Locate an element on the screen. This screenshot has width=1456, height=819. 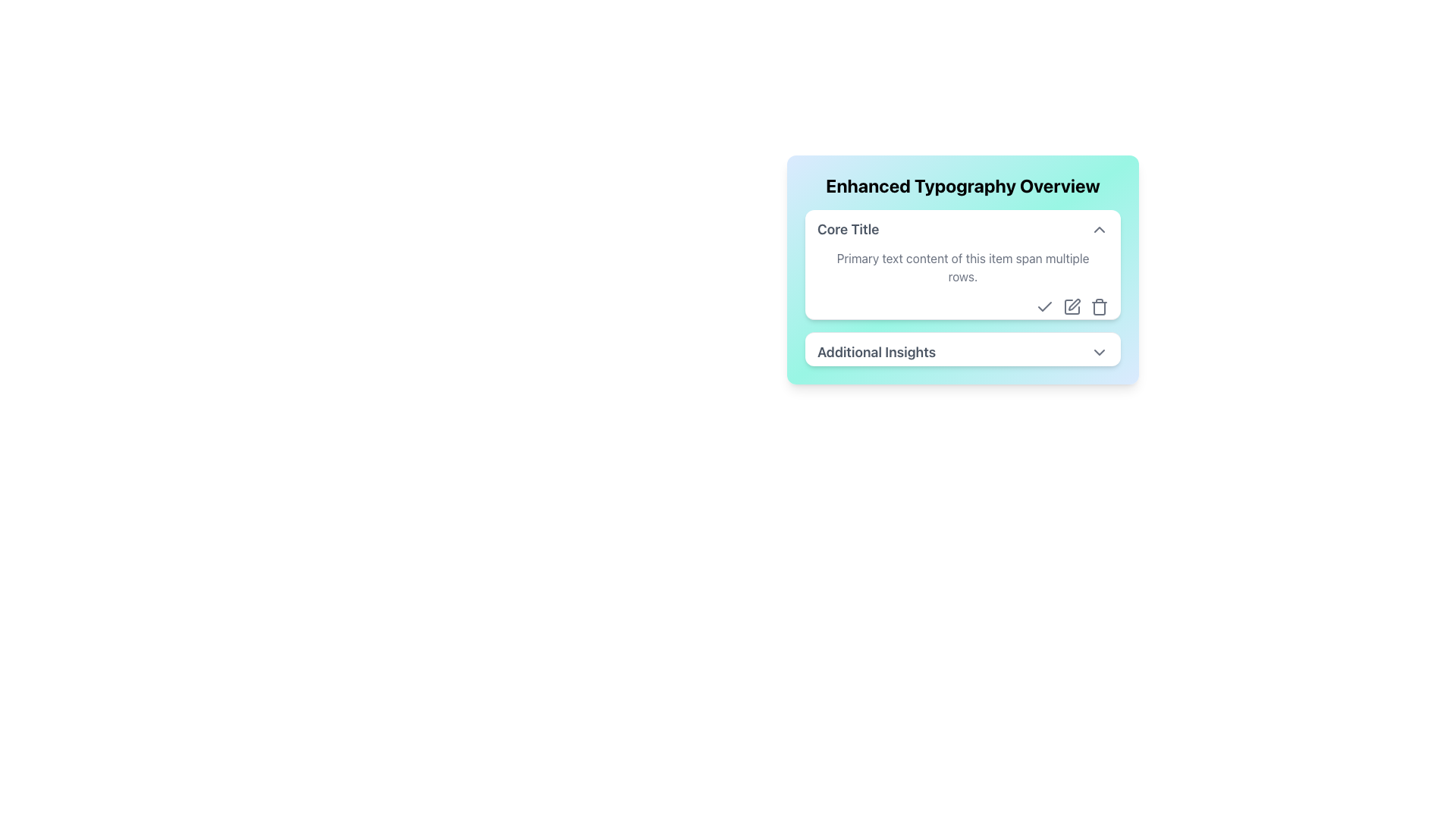
the chevron icon button located at the rightmost end of the 'Additional Insights' section to trigger potential tooltips is located at coordinates (1099, 353).